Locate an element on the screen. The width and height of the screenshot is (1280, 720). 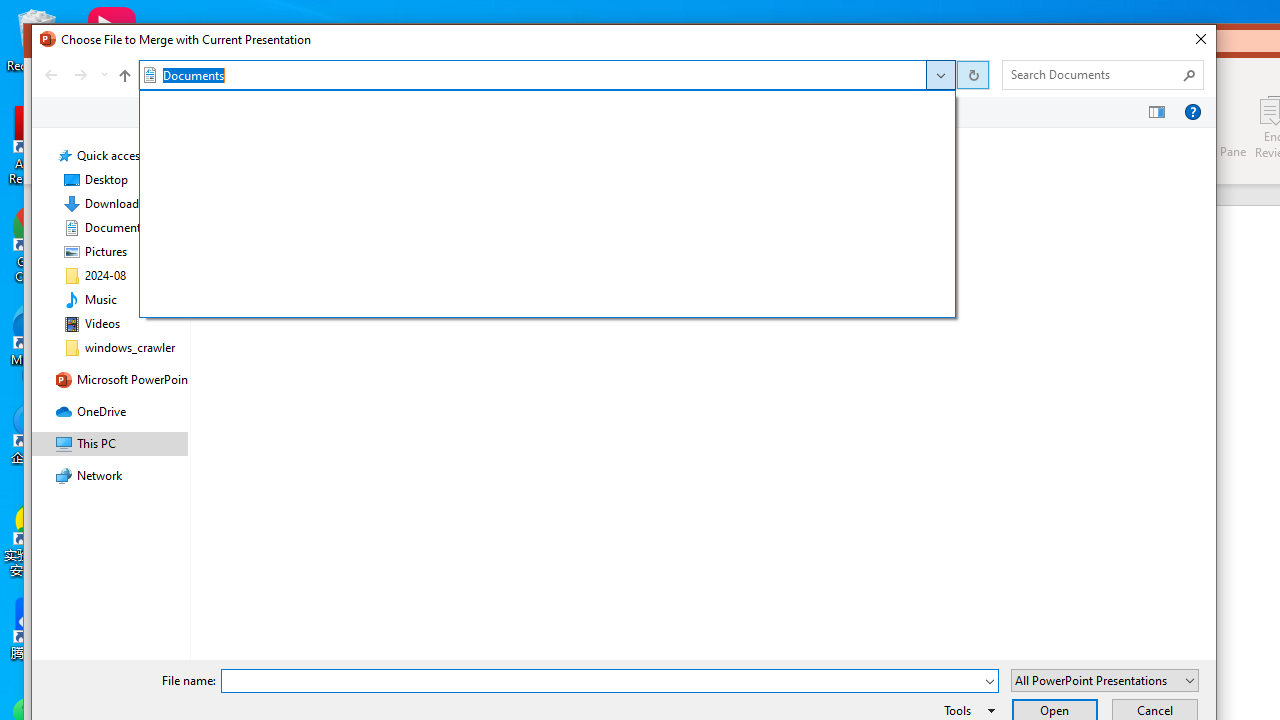
'Up to "This PC" (Alt + Up Arrow)' is located at coordinates (123, 74).